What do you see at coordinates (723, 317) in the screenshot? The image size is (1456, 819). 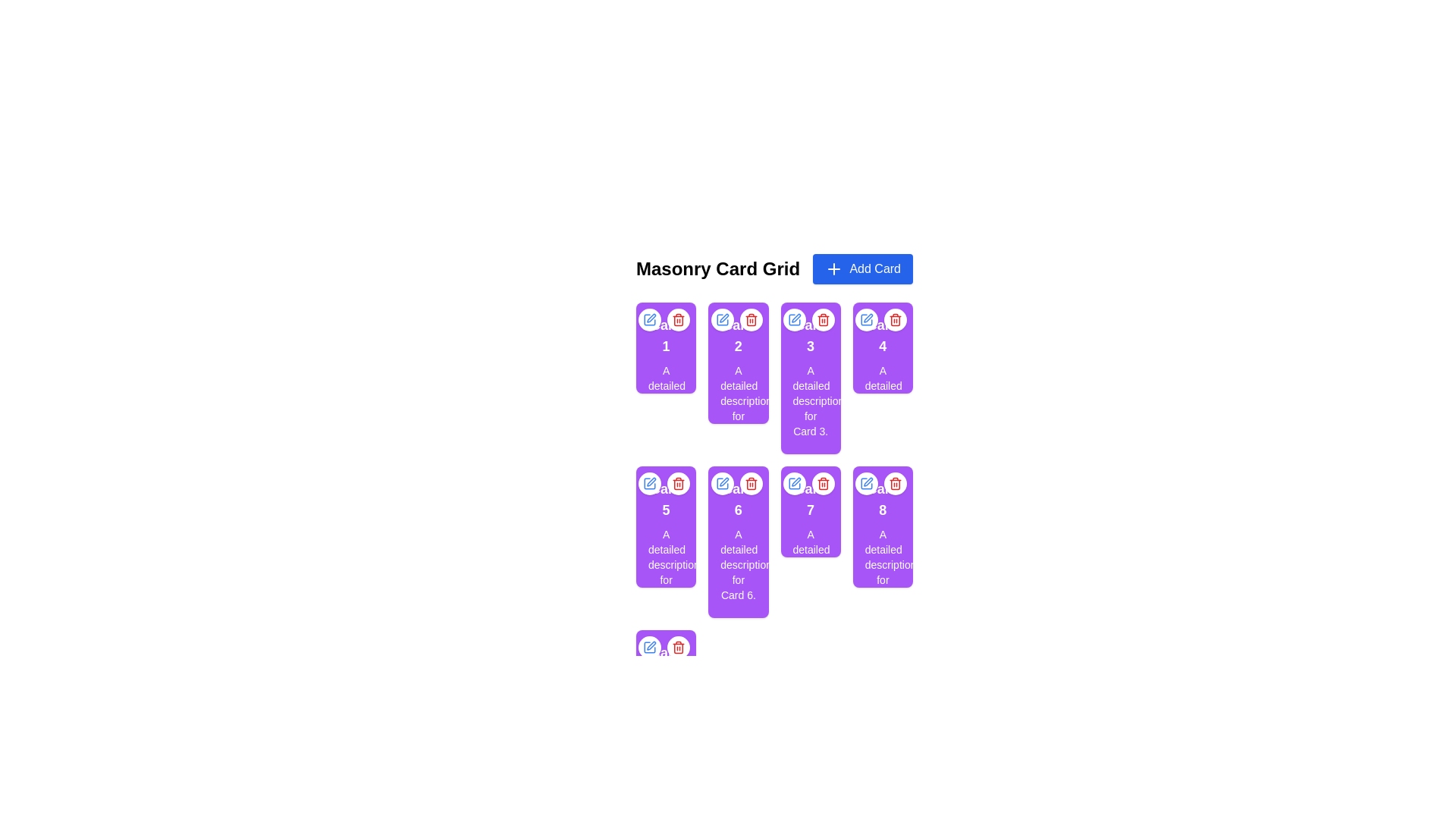 I see `the edit button located in the upper-left corner of the second card in the grid` at bounding box center [723, 317].